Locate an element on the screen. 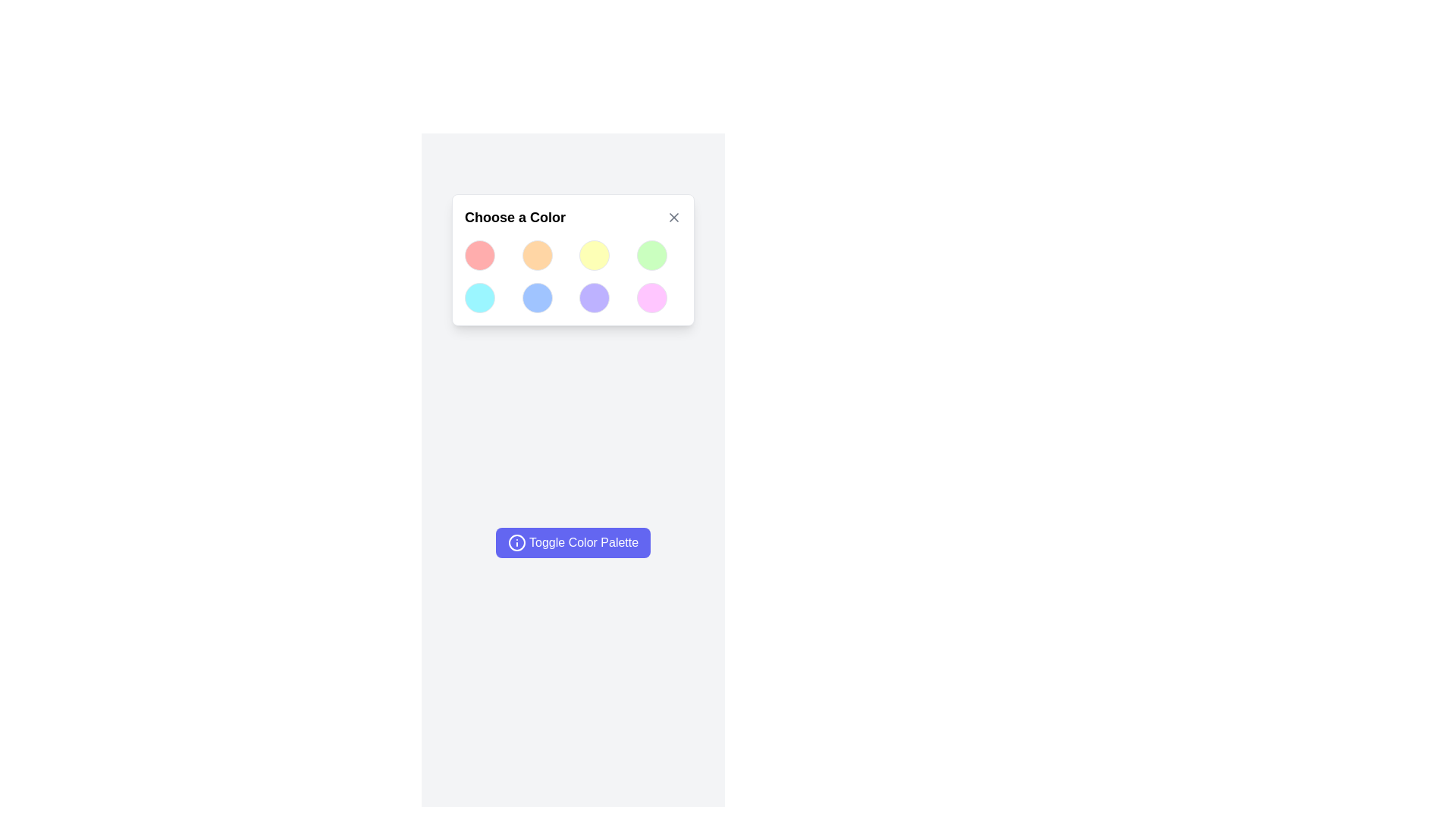  the Close button (icon-based) represented by an 'X' icon in gray color located at the top-right corner of the 'Choose a Color' interface is located at coordinates (673, 217).